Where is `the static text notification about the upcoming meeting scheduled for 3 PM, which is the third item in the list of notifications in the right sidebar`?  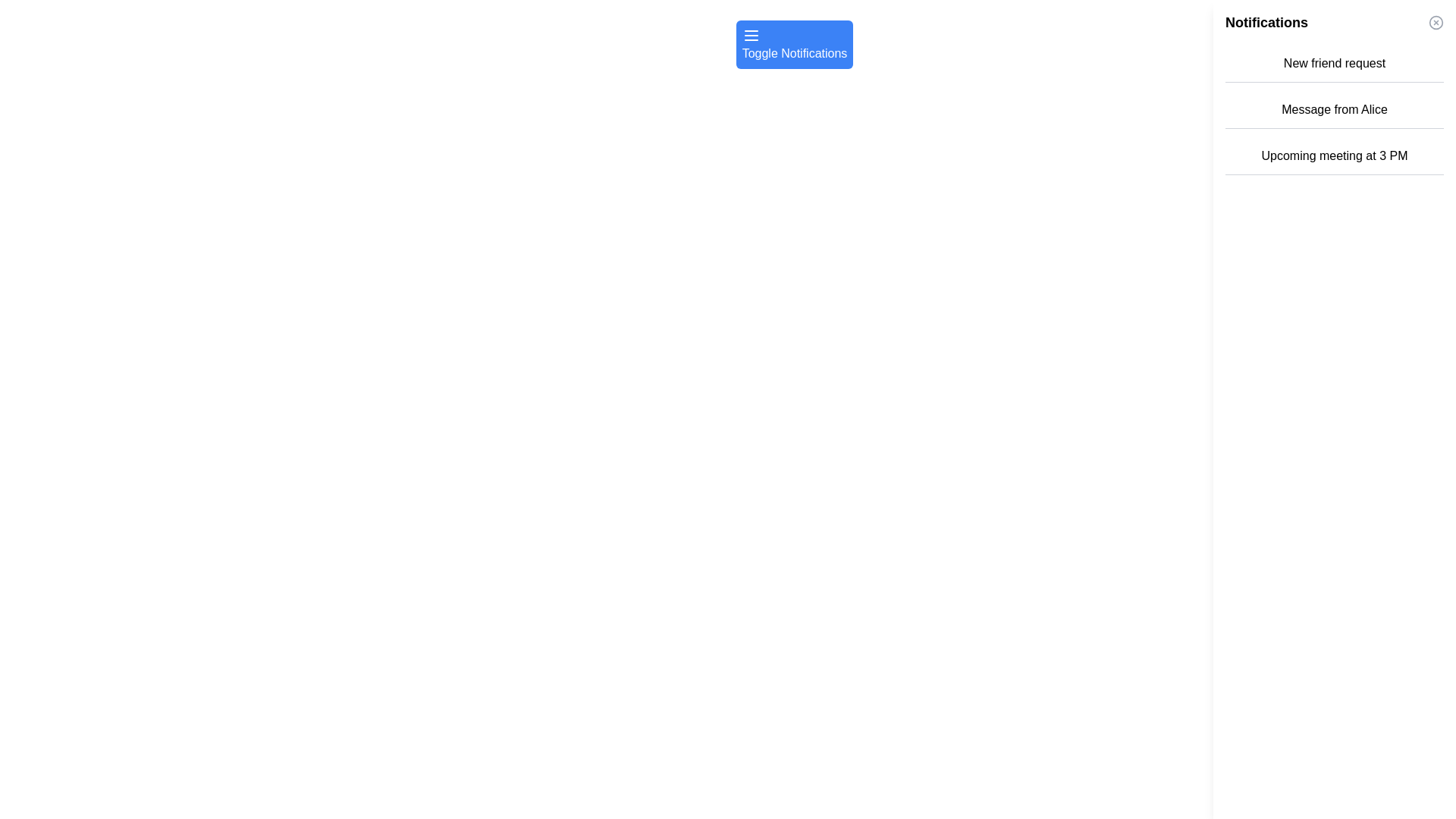
the static text notification about the upcoming meeting scheduled for 3 PM, which is the third item in the list of notifications in the right sidebar is located at coordinates (1335, 156).